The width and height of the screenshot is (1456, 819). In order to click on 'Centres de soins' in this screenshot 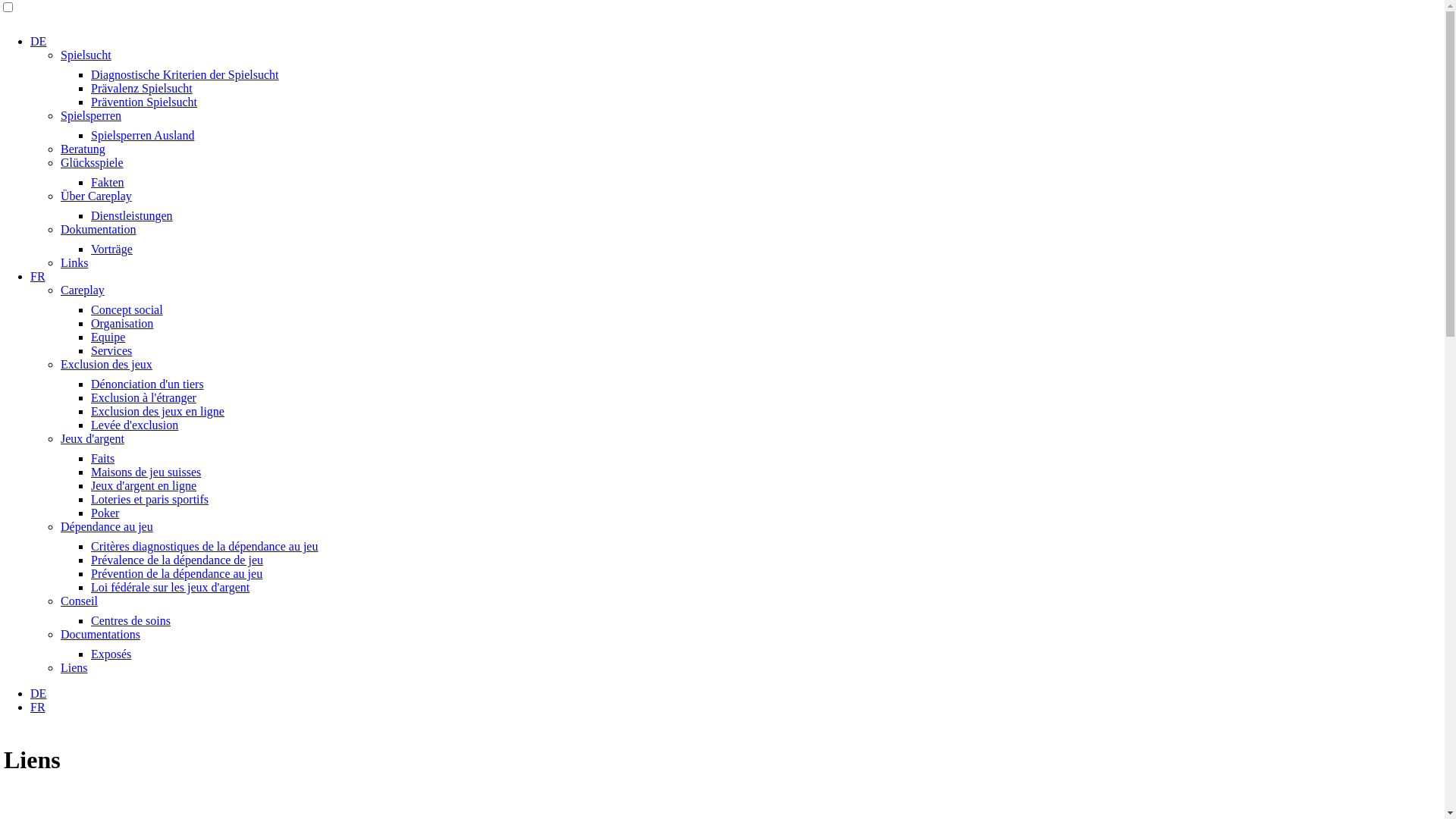, I will do `click(90, 620)`.